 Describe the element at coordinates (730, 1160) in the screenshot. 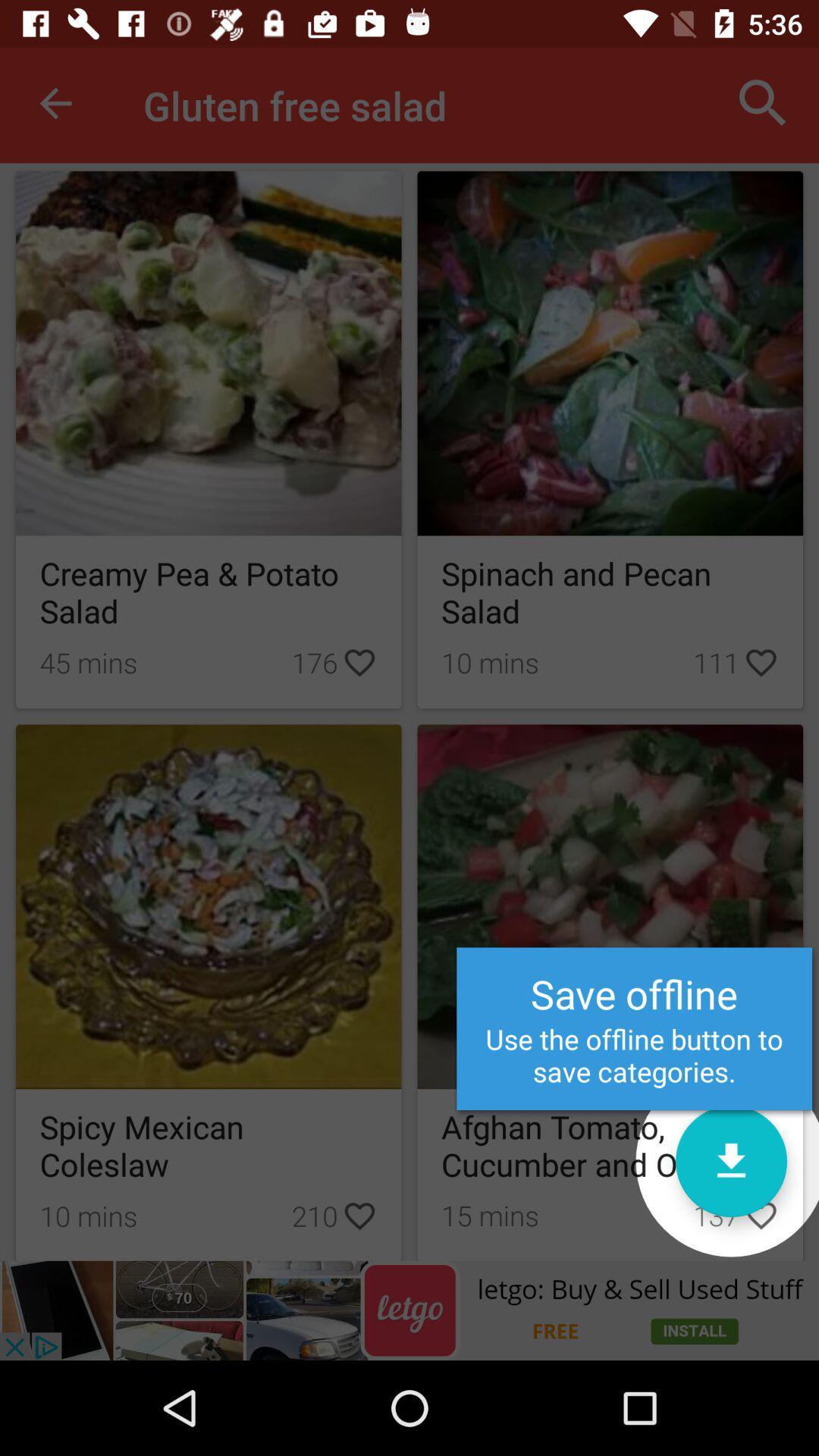

I see `the file_download icon` at that location.